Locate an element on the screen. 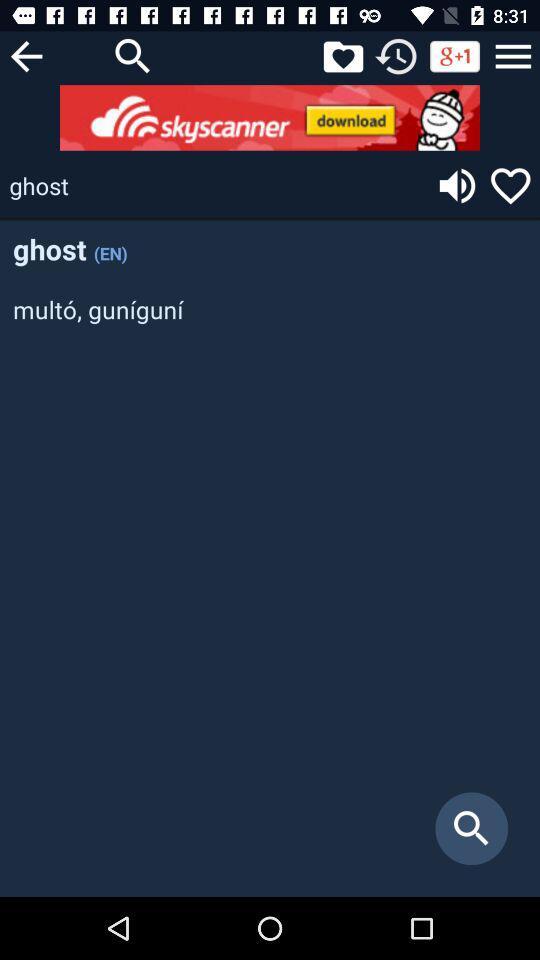 The height and width of the screenshot is (960, 540). like is located at coordinates (342, 55).